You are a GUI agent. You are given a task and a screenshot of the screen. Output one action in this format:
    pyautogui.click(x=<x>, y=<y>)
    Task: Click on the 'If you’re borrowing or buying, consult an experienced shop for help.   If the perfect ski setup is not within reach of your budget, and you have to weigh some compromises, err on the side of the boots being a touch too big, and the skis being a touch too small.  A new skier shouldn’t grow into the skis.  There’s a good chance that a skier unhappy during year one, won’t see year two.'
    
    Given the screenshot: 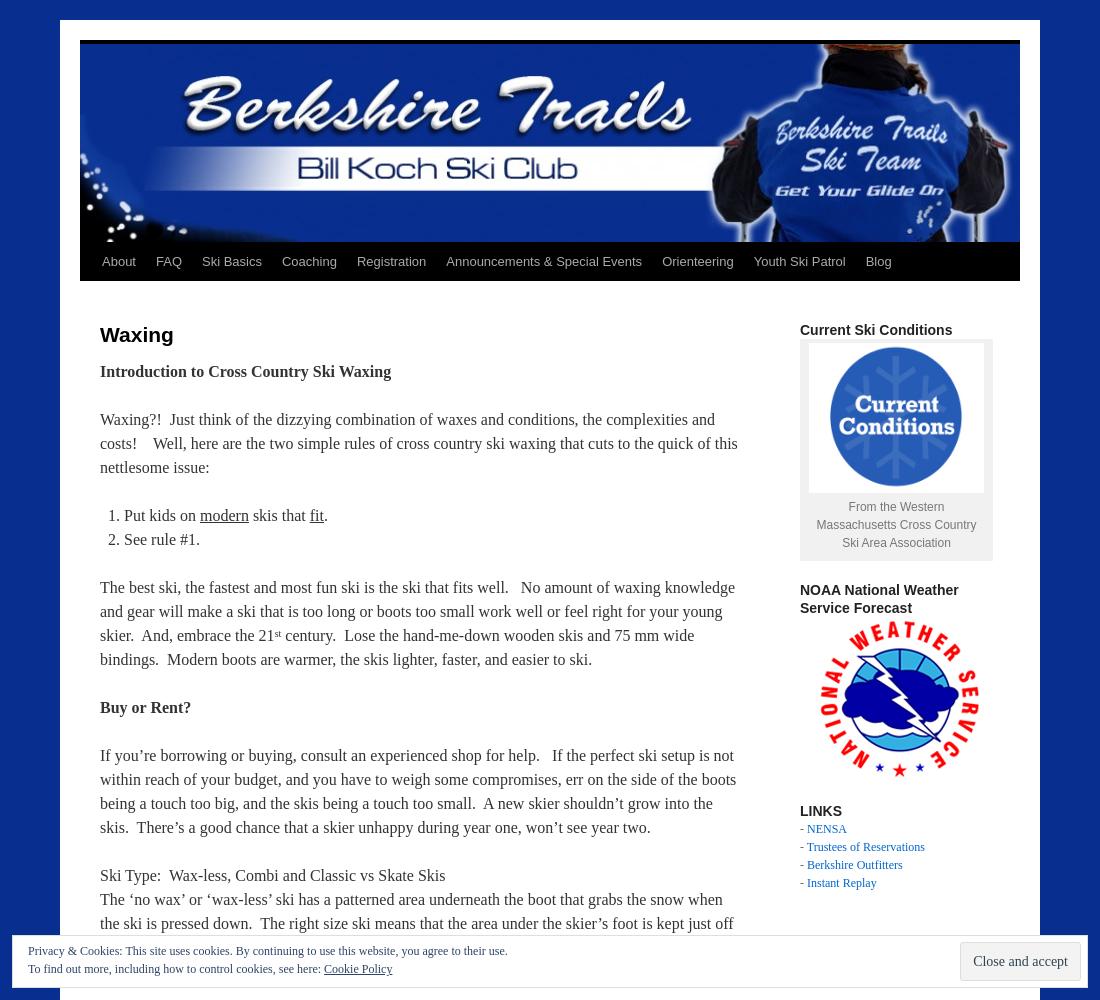 What is the action you would take?
    pyautogui.click(x=417, y=791)
    